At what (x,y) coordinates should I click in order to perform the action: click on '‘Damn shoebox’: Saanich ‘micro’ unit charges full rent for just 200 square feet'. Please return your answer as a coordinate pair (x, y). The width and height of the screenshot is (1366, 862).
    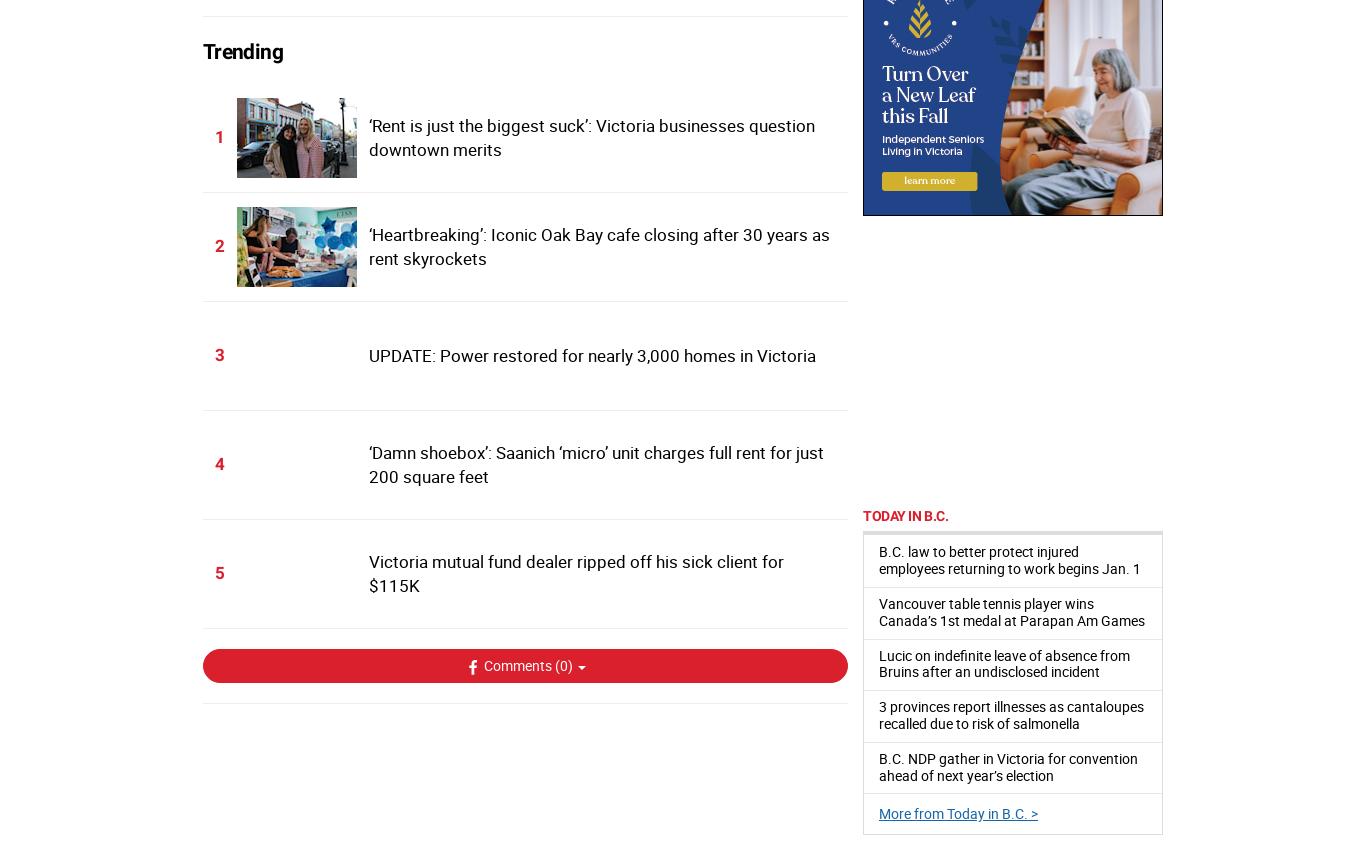
    Looking at the image, I should click on (367, 464).